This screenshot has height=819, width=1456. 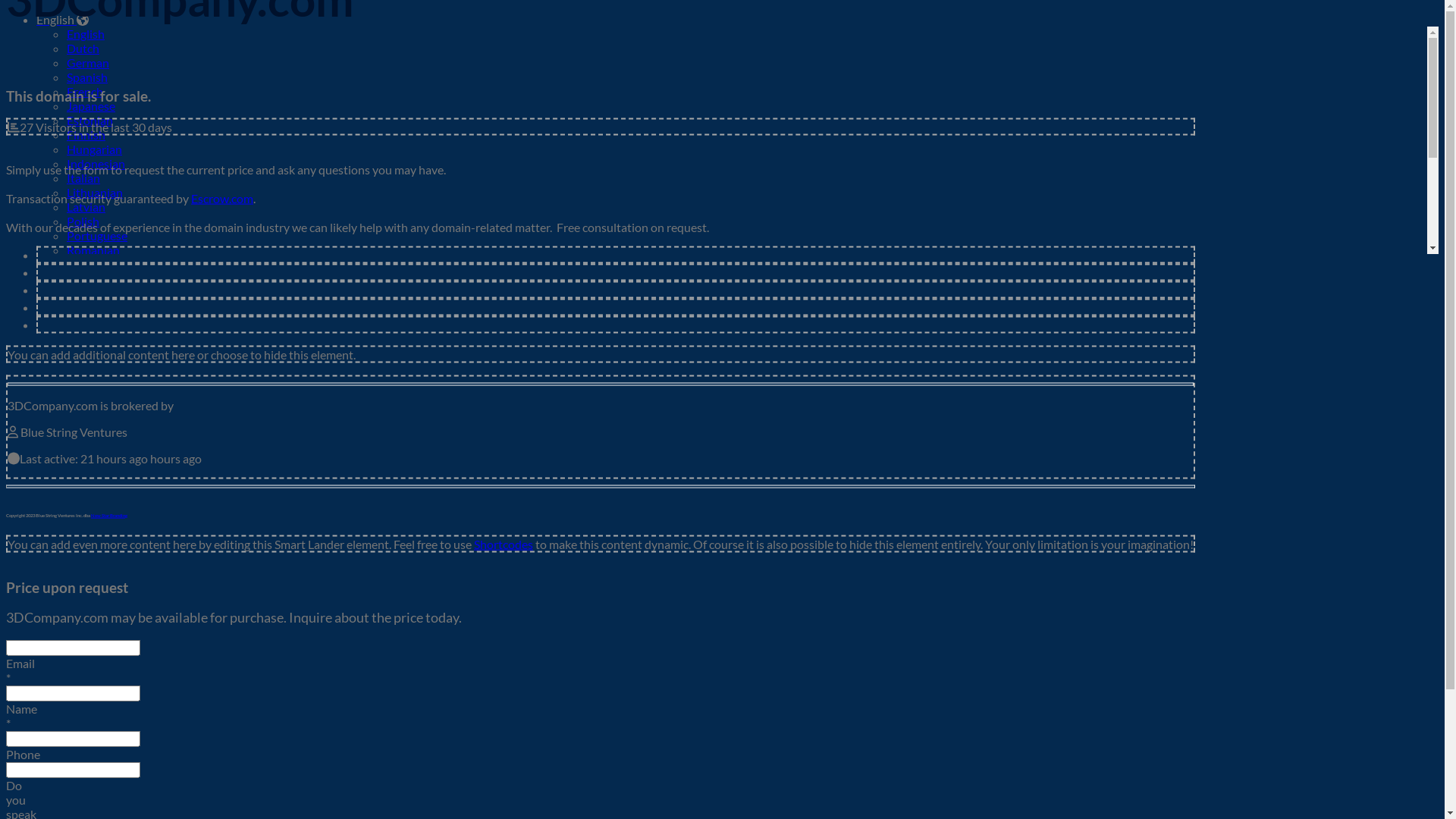 I want to click on 'Dutch', so click(x=82, y=47).